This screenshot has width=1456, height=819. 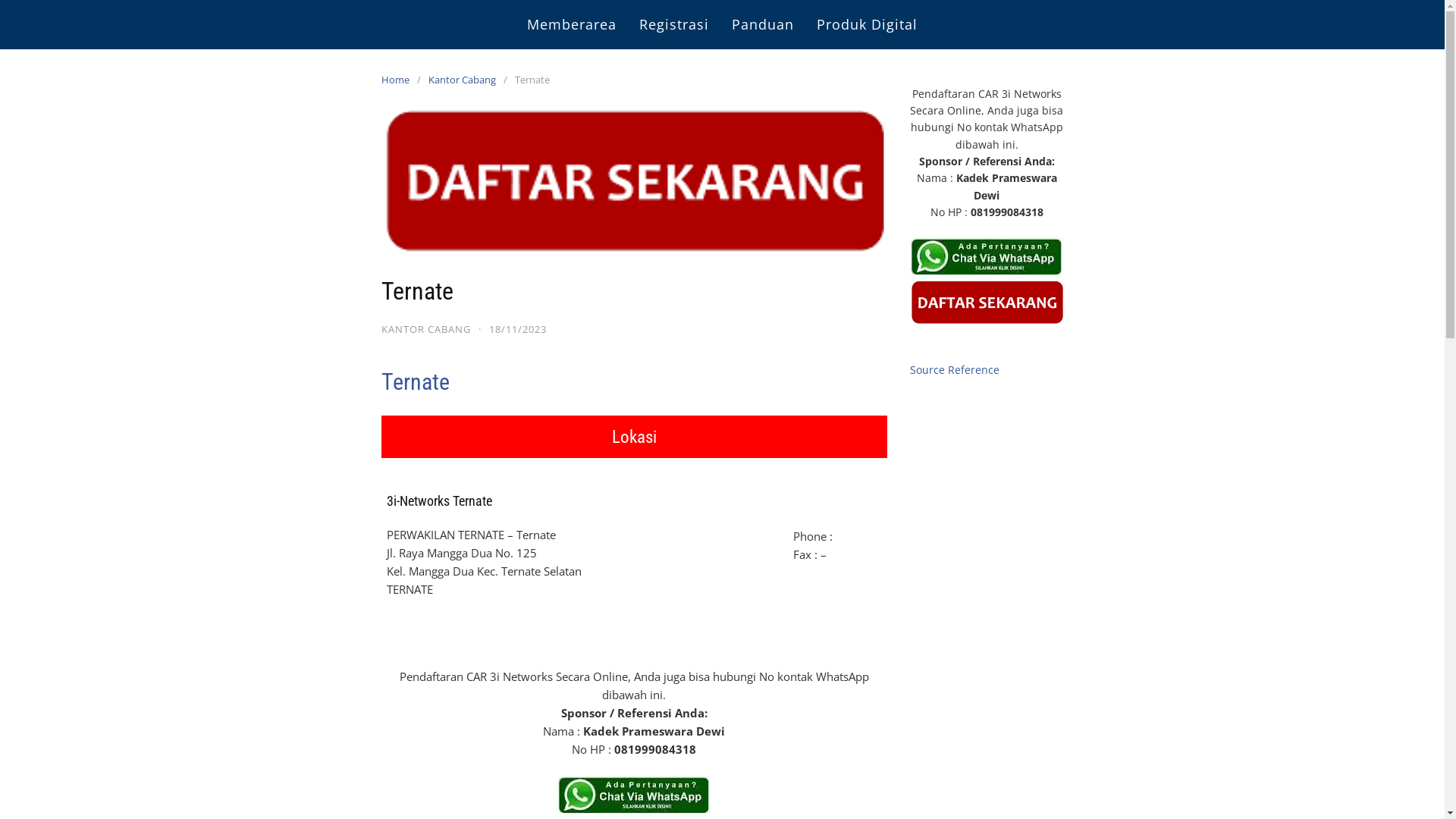 What do you see at coordinates (570, 24) in the screenshot?
I see `'Memberarea'` at bounding box center [570, 24].